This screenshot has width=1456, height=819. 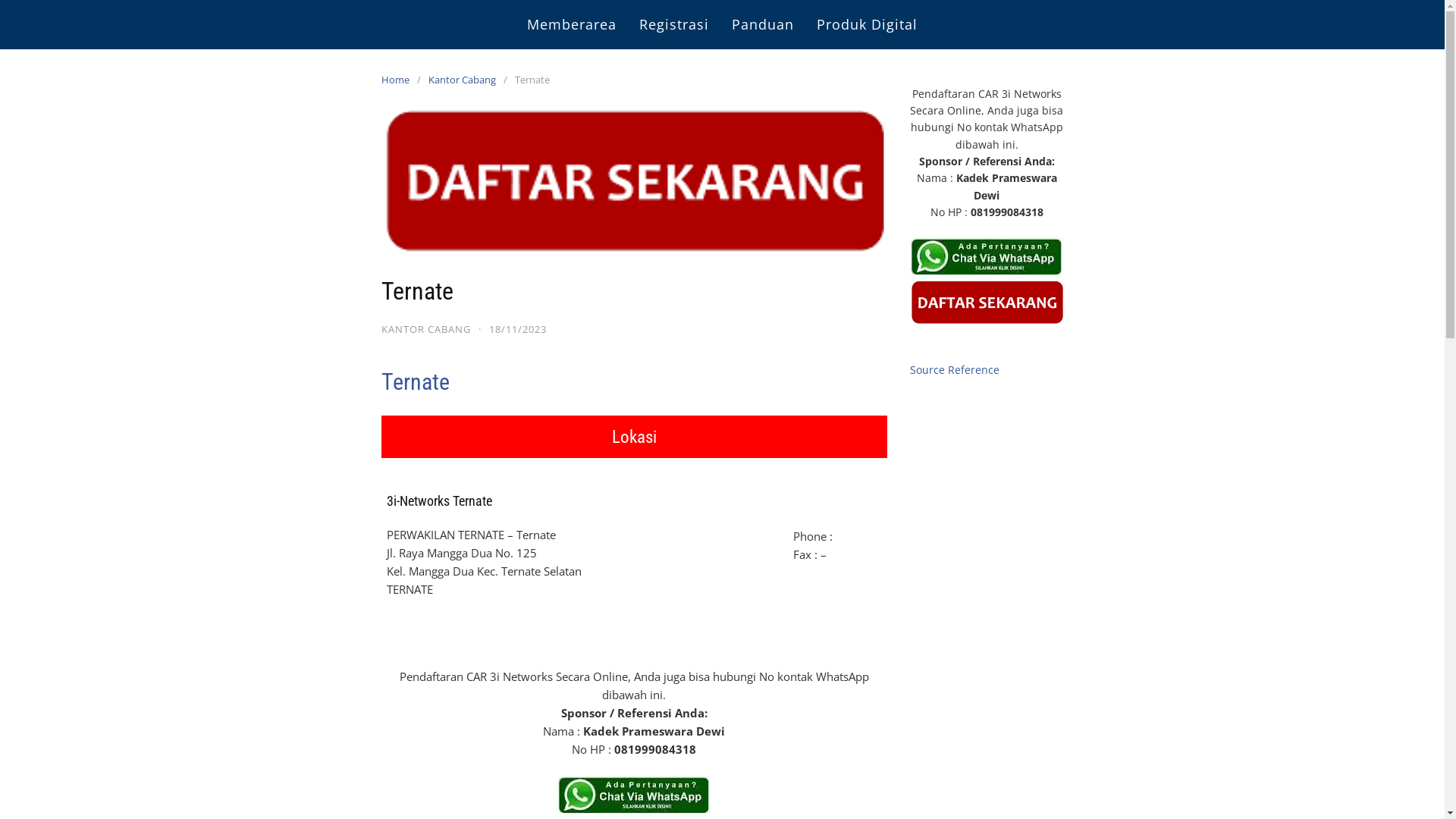 What do you see at coordinates (570, 24) in the screenshot?
I see `'Memberarea'` at bounding box center [570, 24].